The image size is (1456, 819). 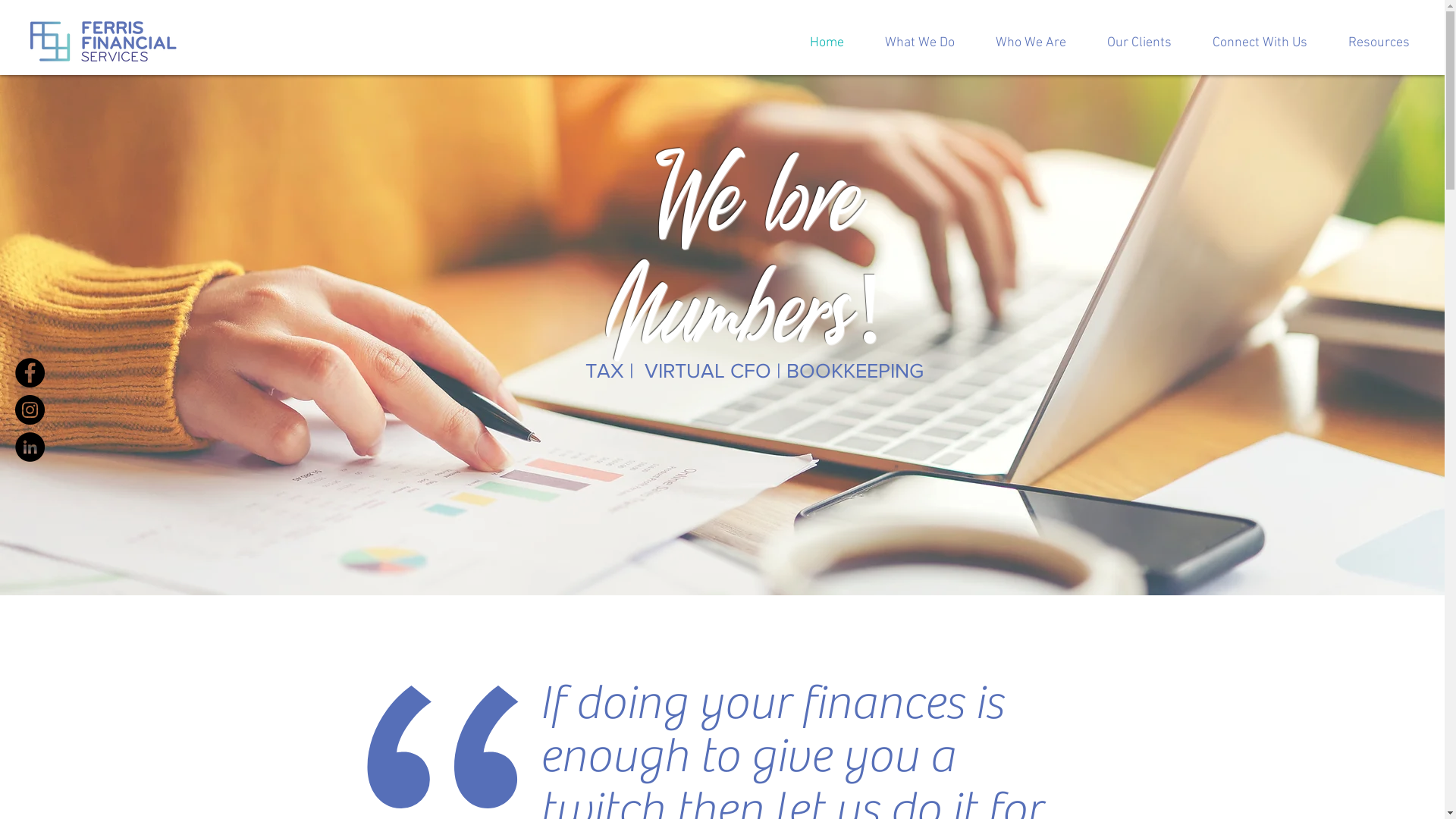 I want to click on 'Connect With Us', so click(x=1260, y=42).